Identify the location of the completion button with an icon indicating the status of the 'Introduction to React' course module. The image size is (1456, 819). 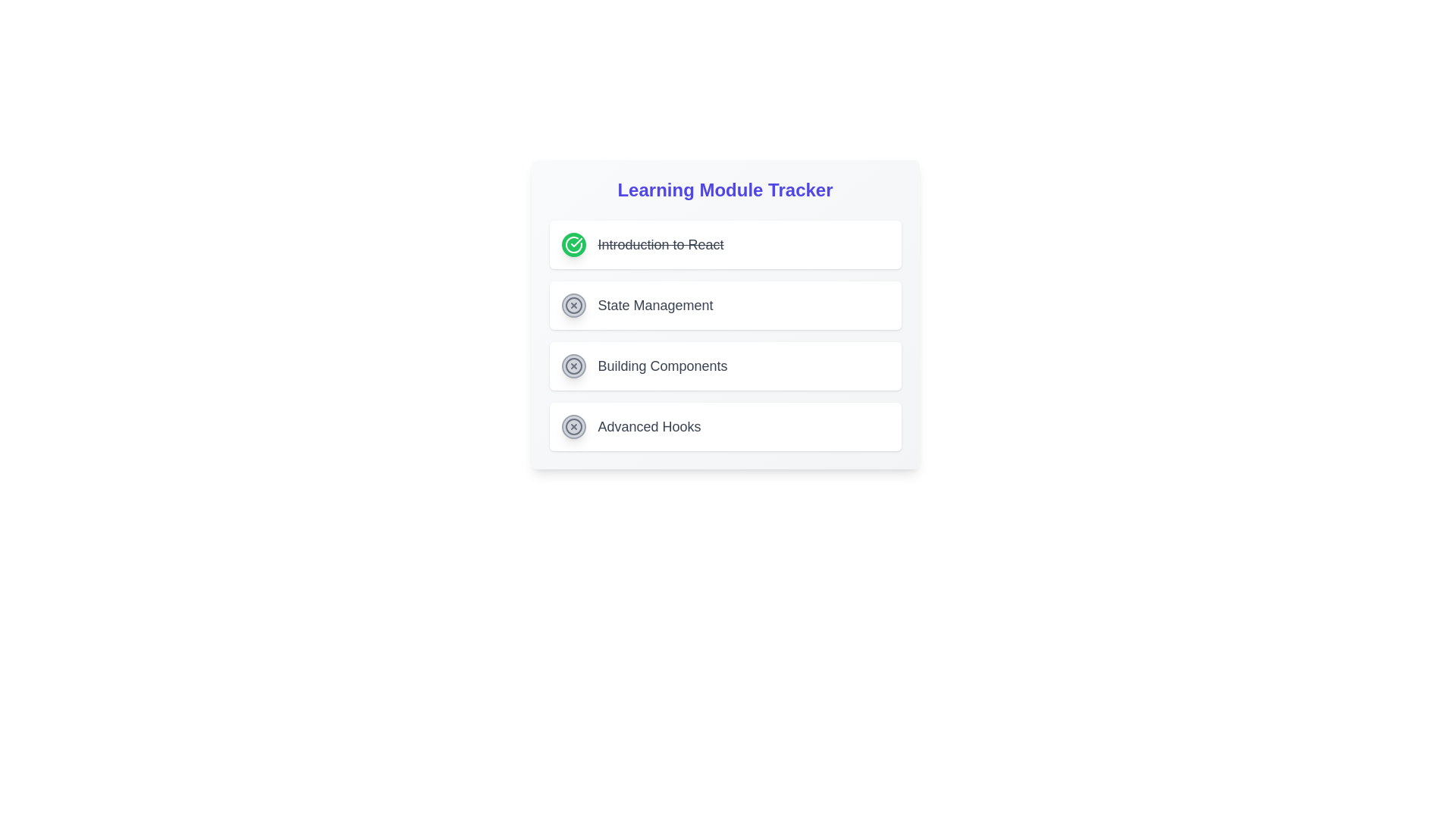
(573, 244).